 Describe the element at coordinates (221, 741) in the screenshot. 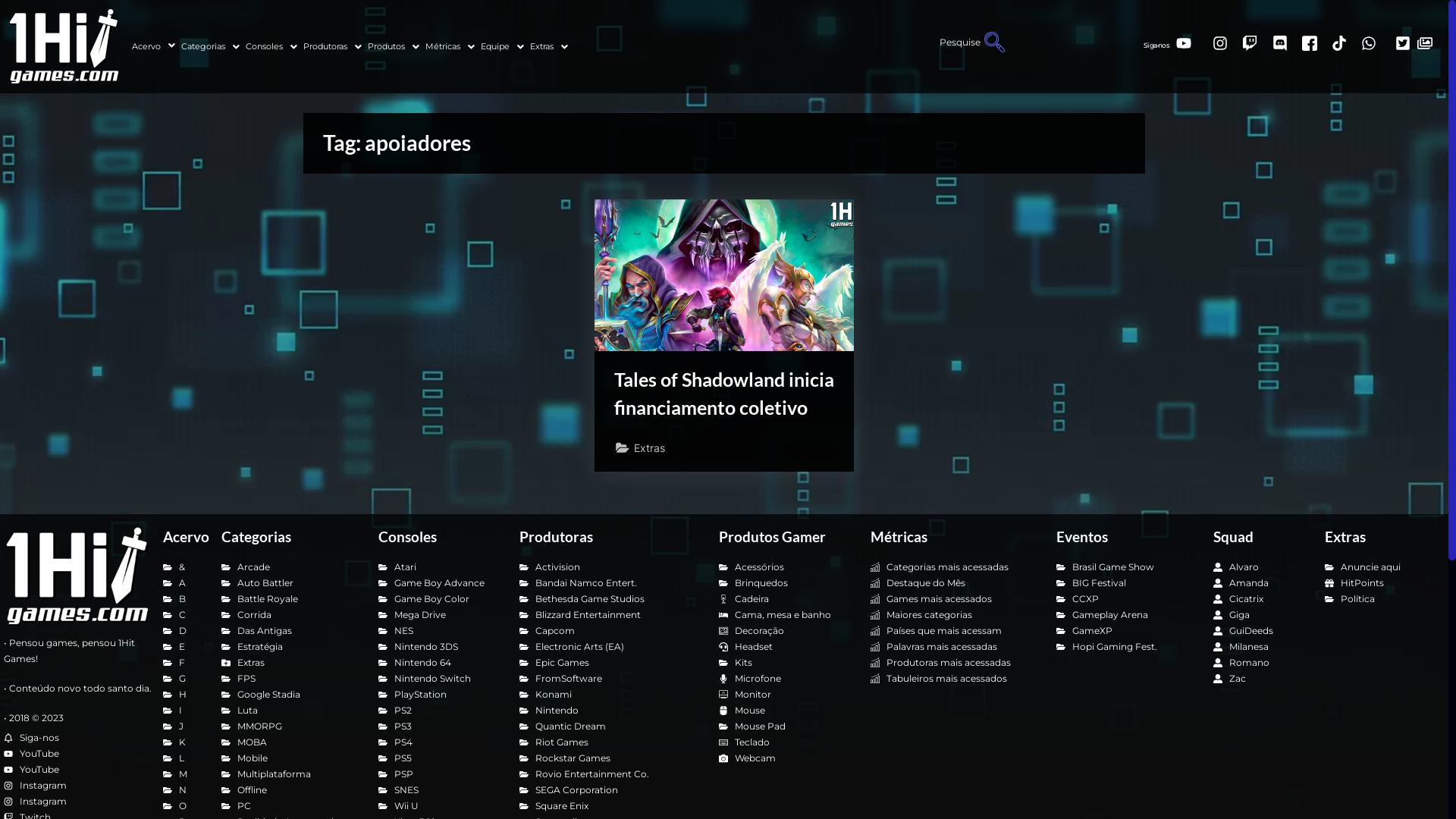

I see `'MOBA'` at that location.